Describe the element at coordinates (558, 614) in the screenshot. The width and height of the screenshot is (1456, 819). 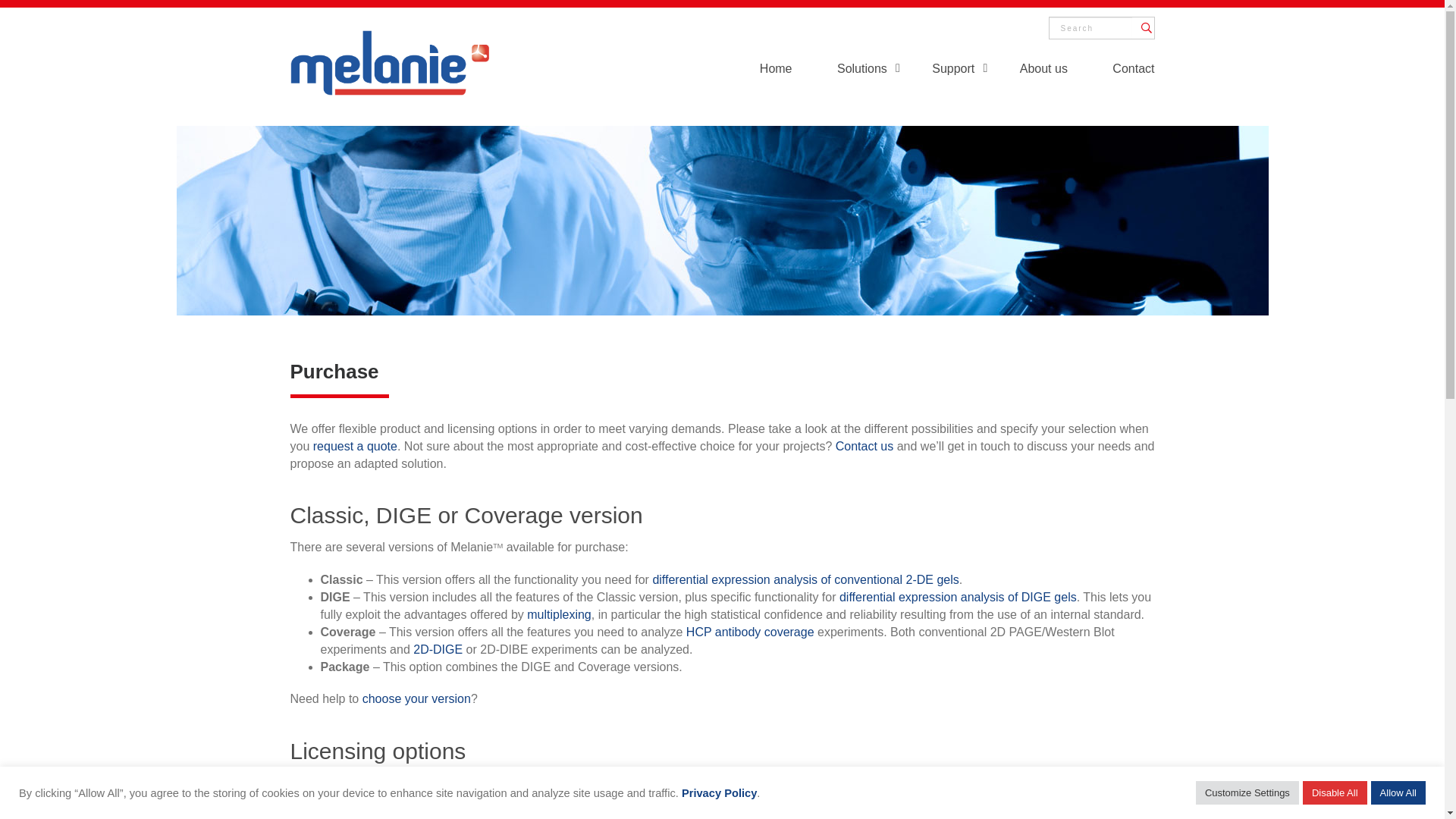
I see `'multiplexing'` at that location.